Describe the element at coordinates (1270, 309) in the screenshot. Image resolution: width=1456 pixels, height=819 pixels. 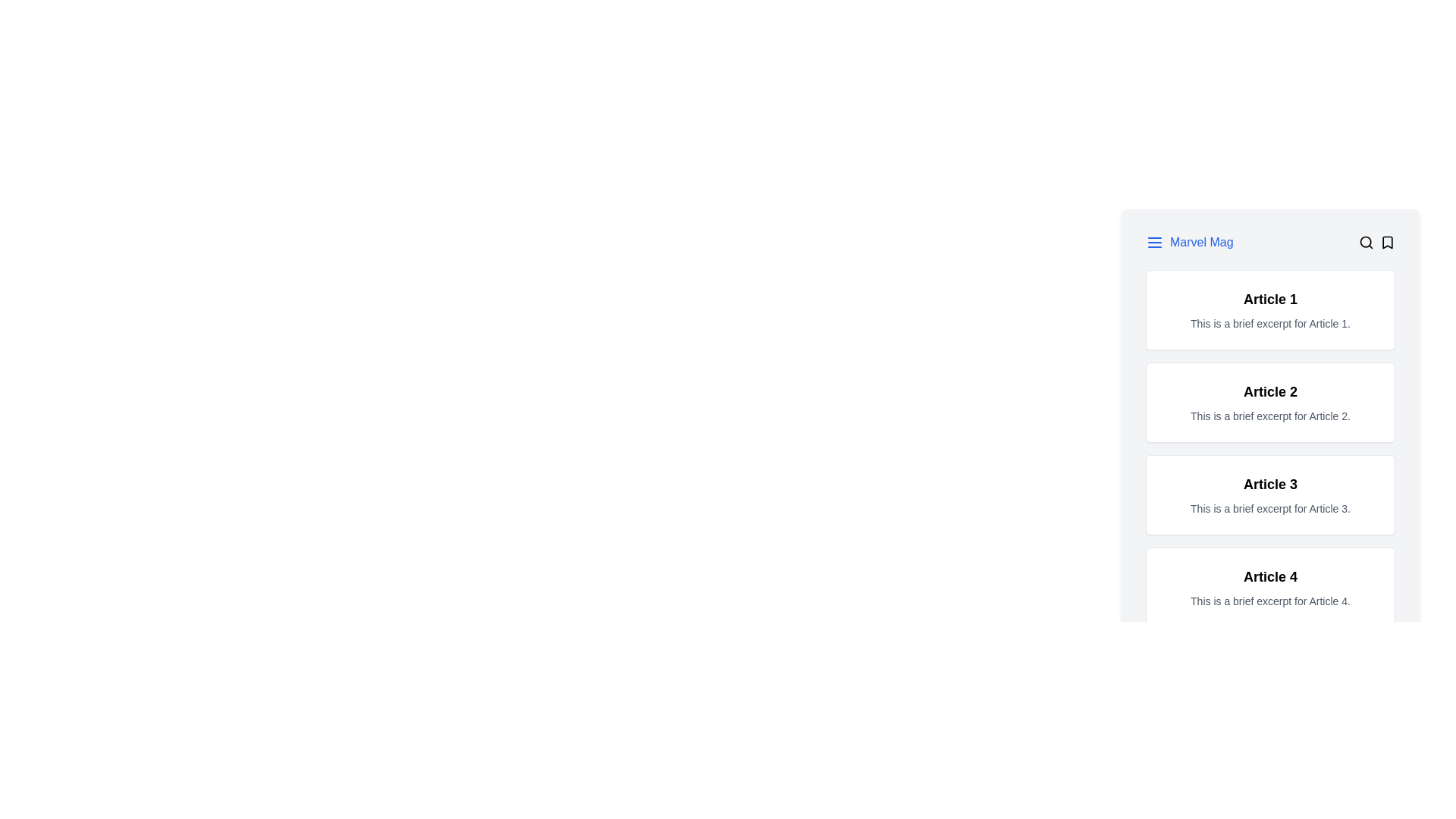
I see `the first card in the vertical grid layout, which has a white background, rounded corners, and contains the title 'Article 1'` at that location.